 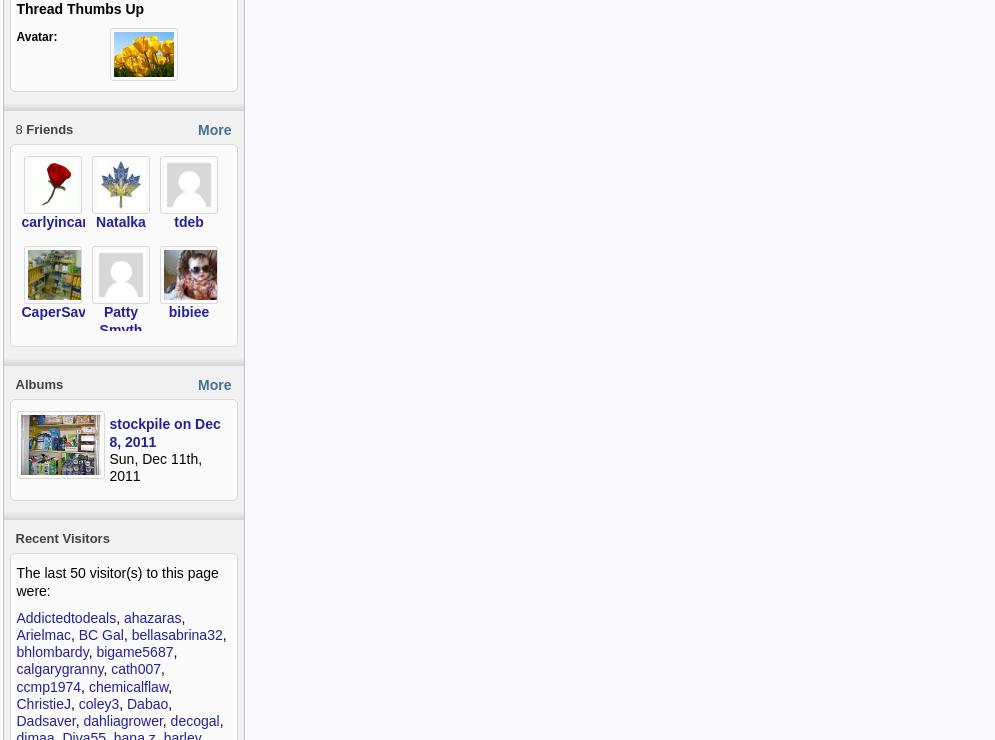 I want to click on 'dahliagrower', so click(x=82, y=720).